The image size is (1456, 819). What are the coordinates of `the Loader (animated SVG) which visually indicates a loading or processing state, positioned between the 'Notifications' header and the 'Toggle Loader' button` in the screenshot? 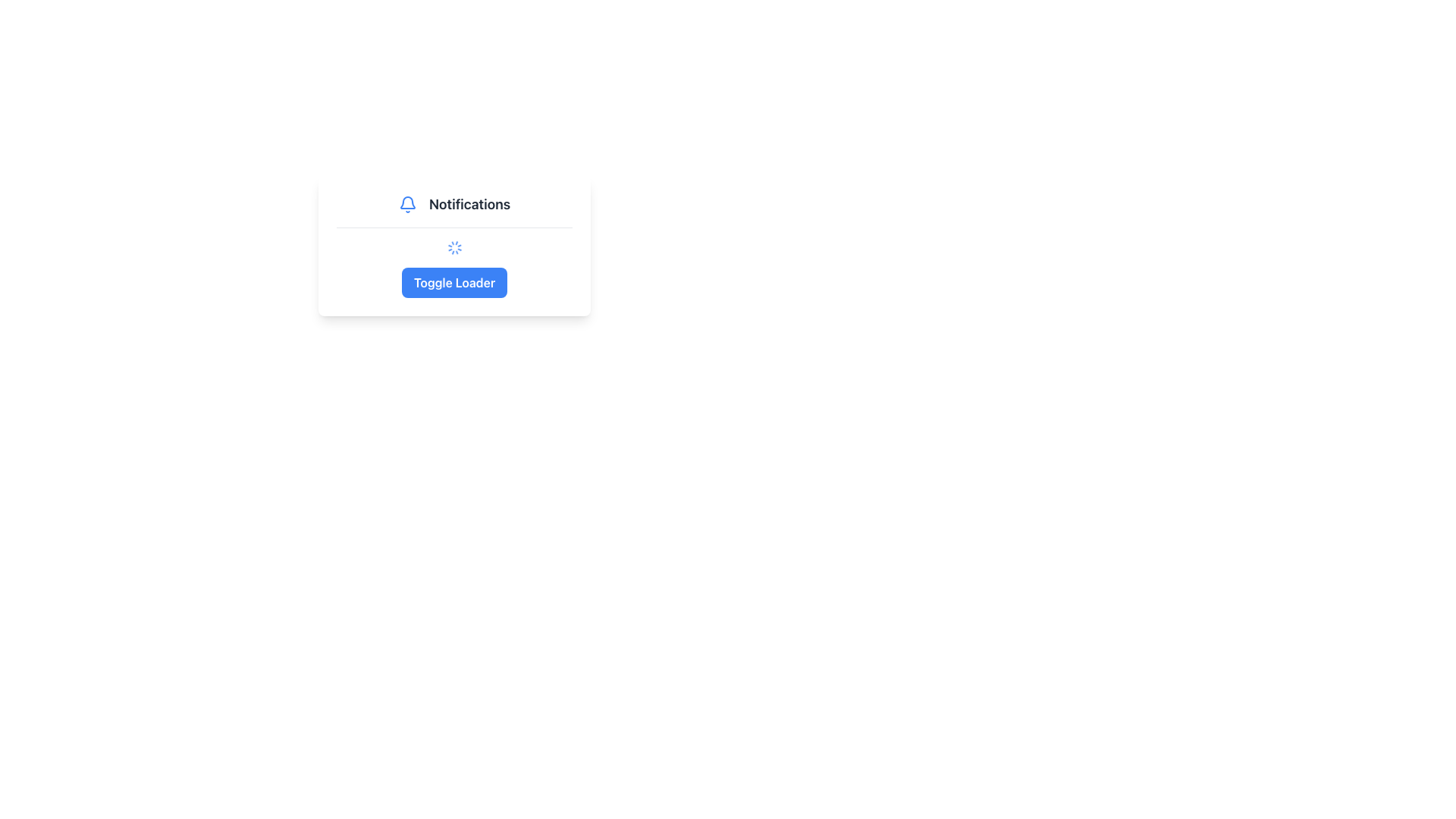 It's located at (453, 247).